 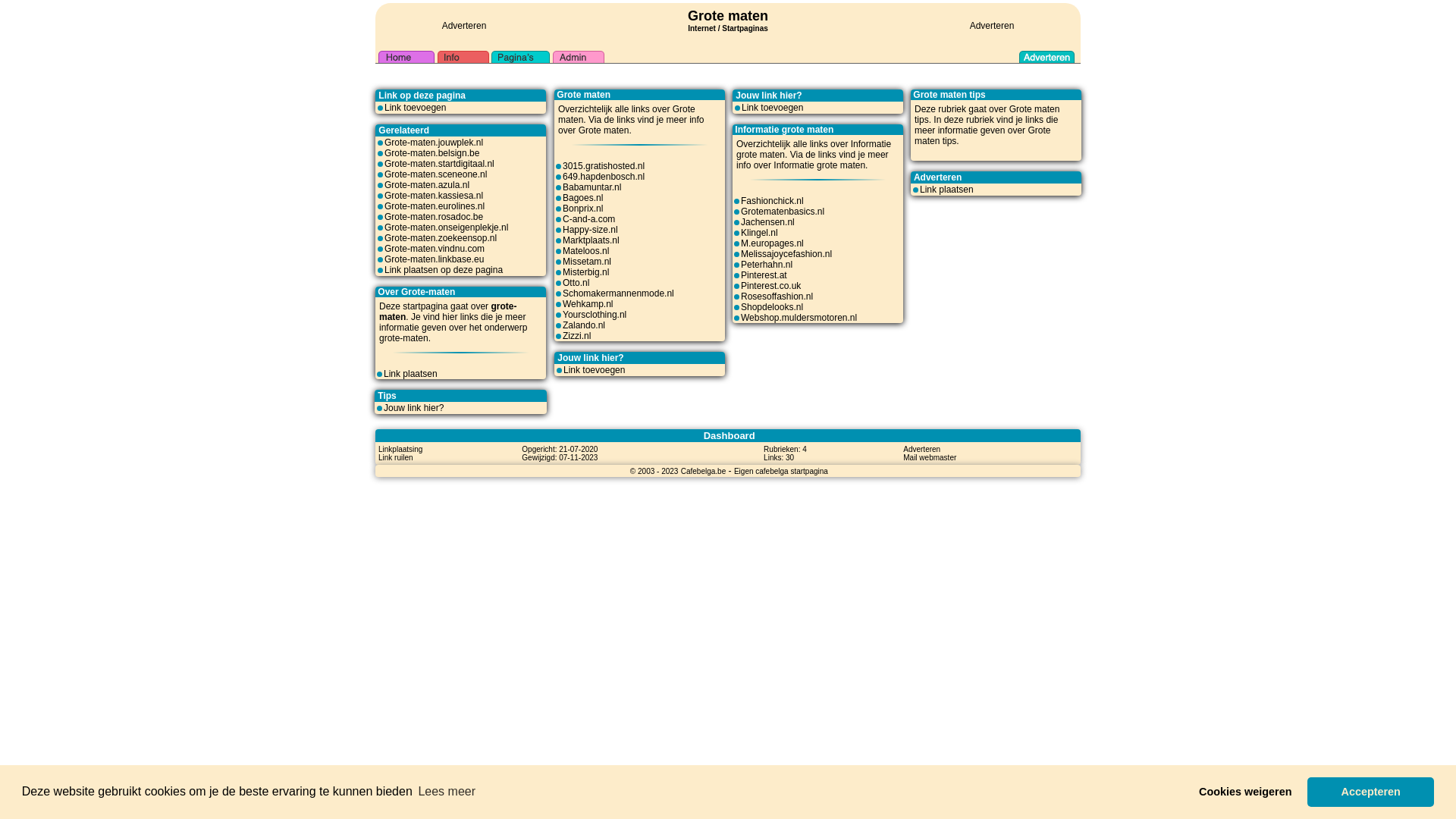 What do you see at coordinates (777, 296) in the screenshot?
I see `'Rosesoffashion.nl'` at bounding box center [777, 296].